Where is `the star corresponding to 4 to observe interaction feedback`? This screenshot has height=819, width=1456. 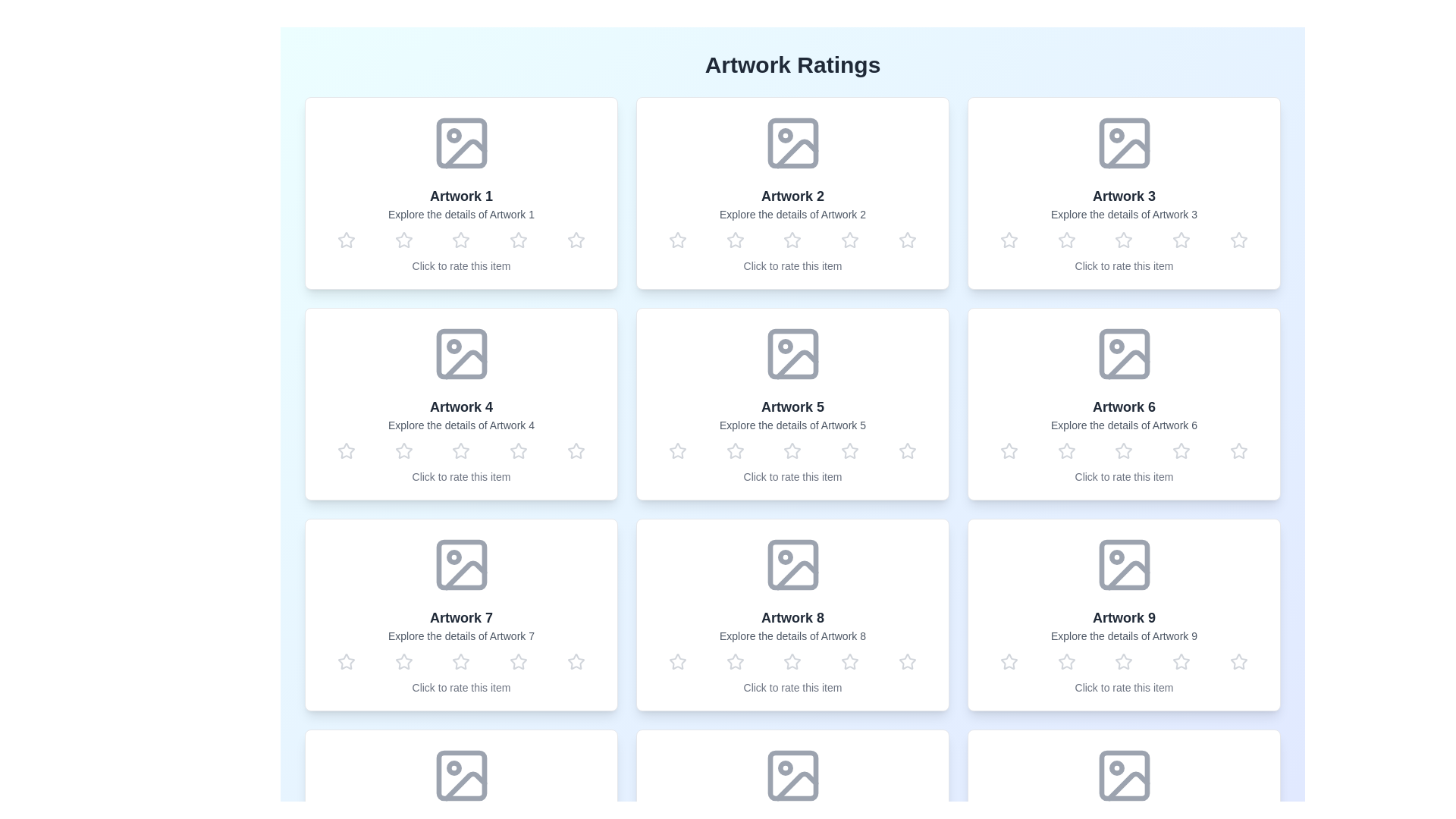 the star corresponding to 4 to observe interaction feedback is located at coordinates (519, 239).